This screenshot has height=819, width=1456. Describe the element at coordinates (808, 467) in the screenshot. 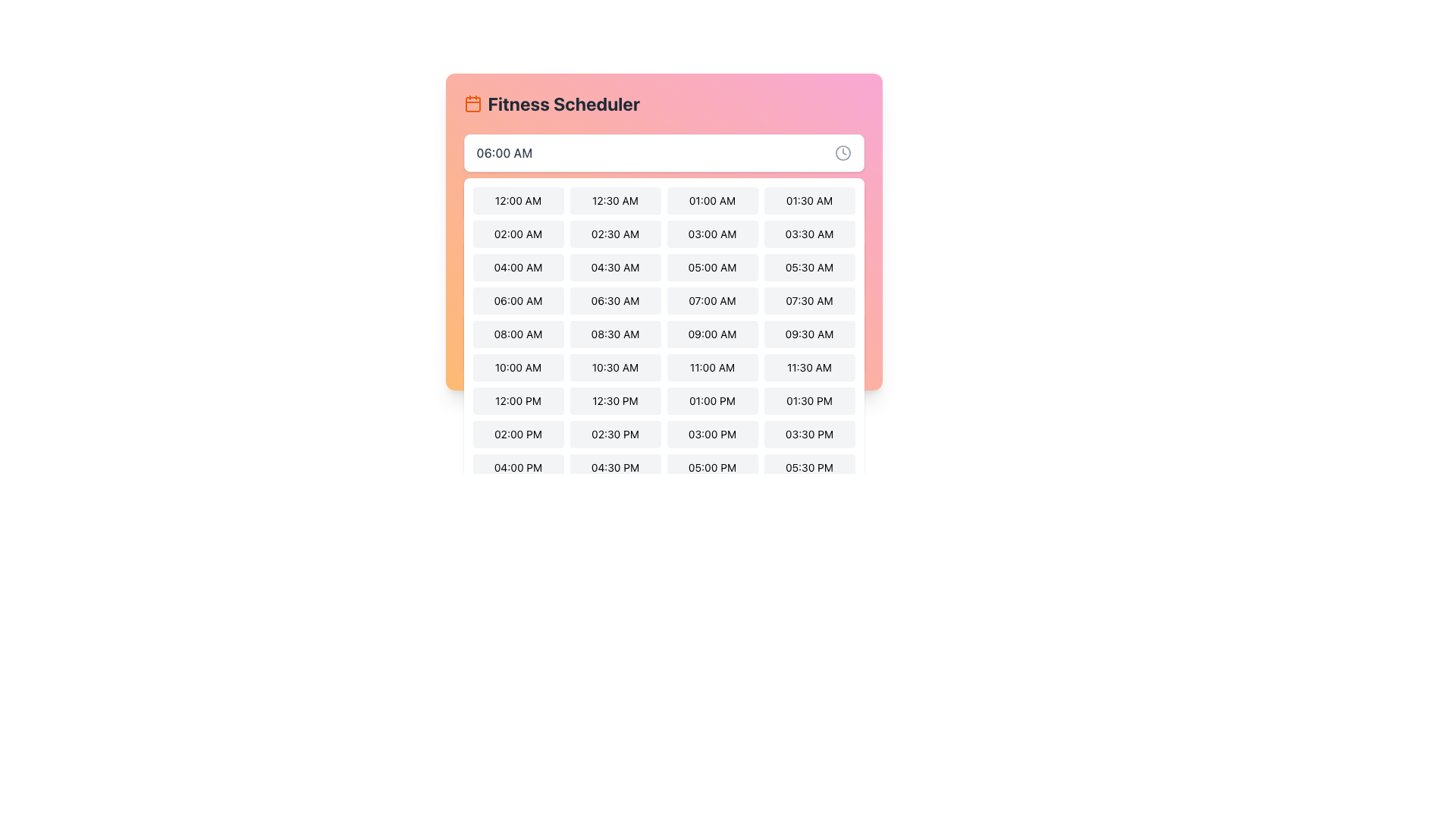

I see `the rectangular button with a light gray background and the text '05:30 PM' located in the 4th column of the 9th row` at that location.